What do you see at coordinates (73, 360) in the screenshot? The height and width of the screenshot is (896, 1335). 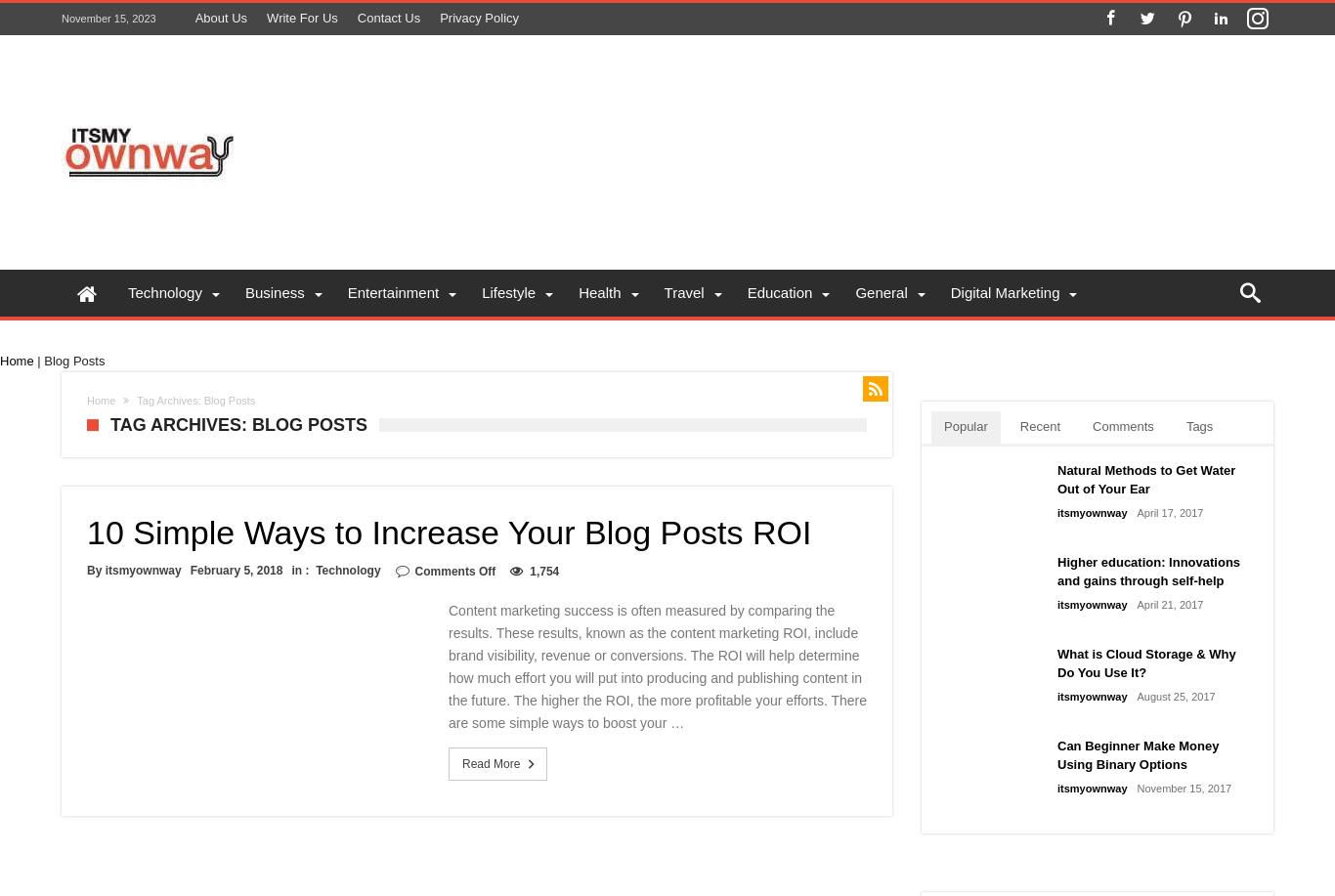 I see `'Blog Posts'` at bounding box center [73, 360].